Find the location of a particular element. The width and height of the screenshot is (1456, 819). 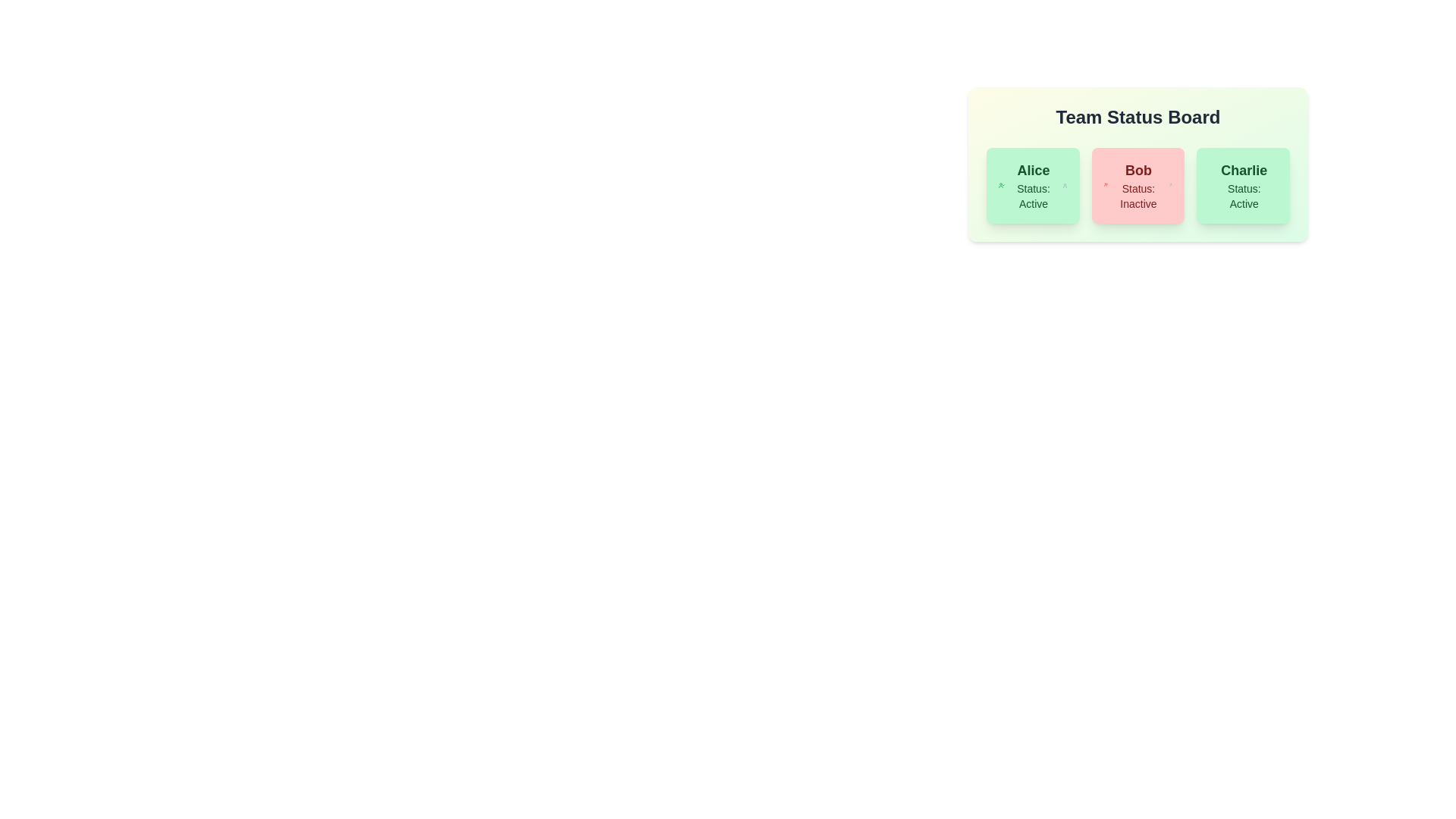

the card of Alice to view their information is located at coordinates (1032, 185).